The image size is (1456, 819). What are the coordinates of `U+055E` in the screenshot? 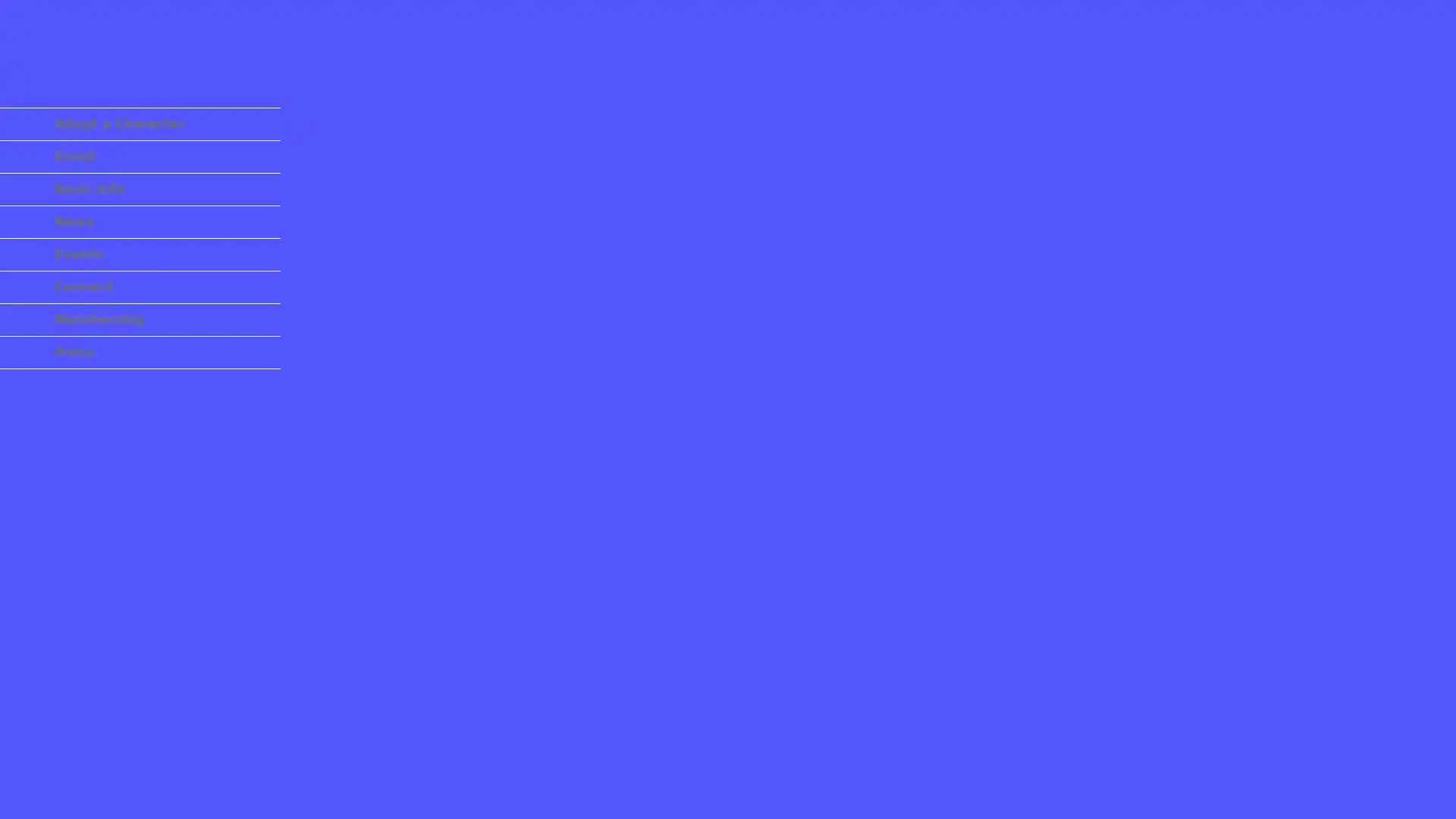 It's located at (1282, 171).